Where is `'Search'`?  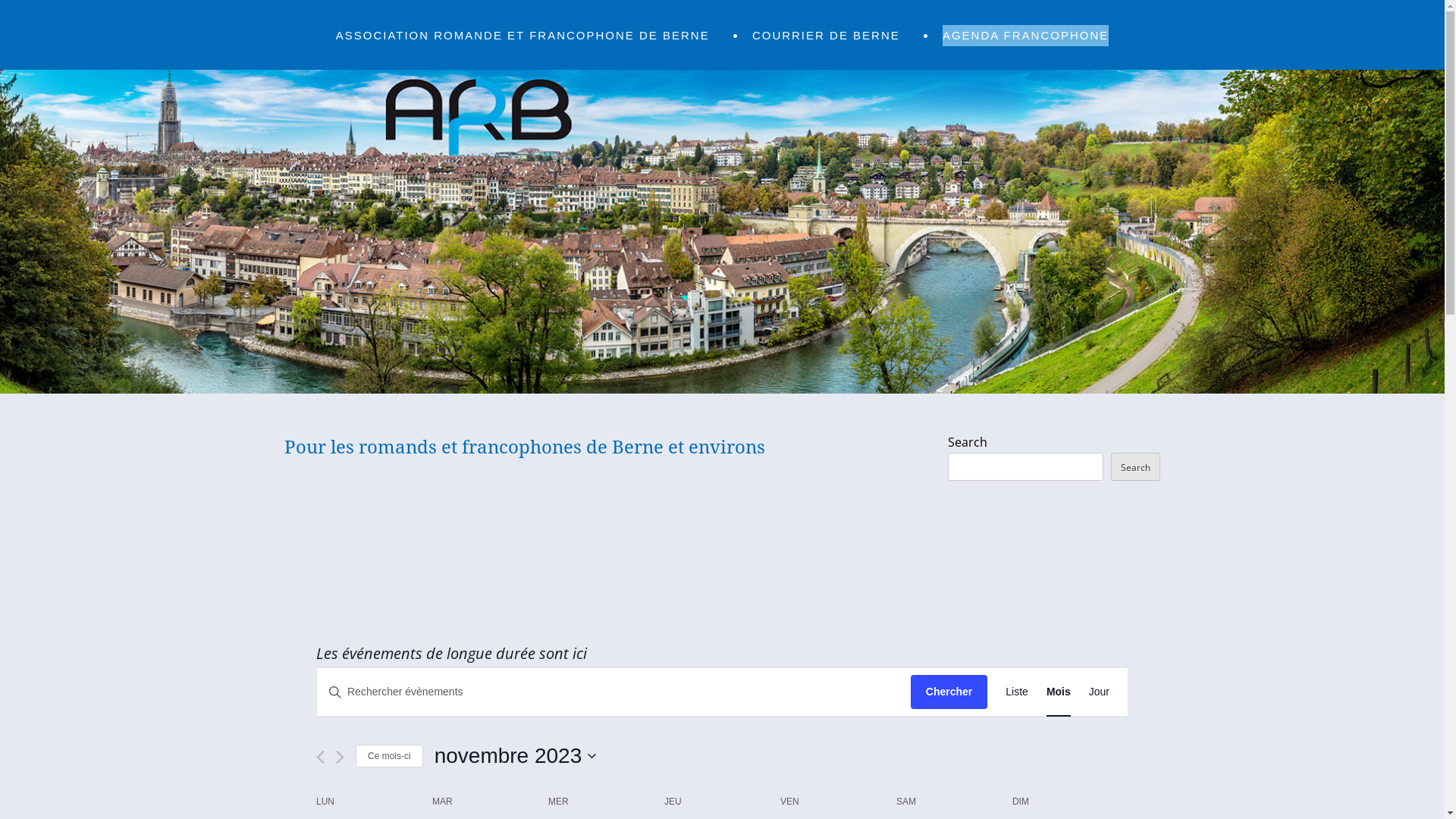 'Search' is located at coordinates (1135, 466).